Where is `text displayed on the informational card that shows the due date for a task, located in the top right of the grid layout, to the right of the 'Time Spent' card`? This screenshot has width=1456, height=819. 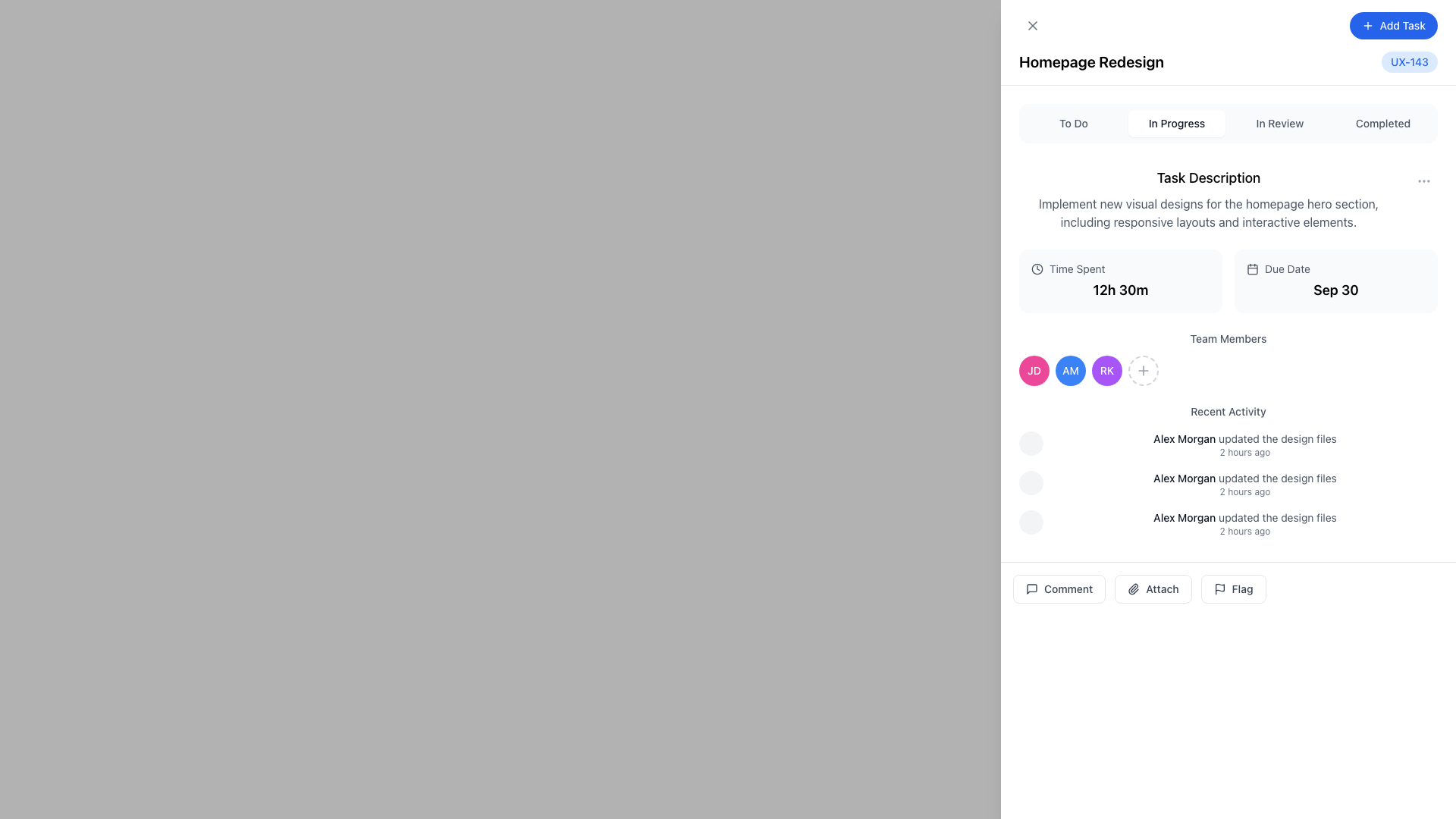
text displayed on the informational card that shows the due date for a task, located in the top right of the grid layout, to the right of the 'Time Spent' card is located at coordinates (1335, 281).